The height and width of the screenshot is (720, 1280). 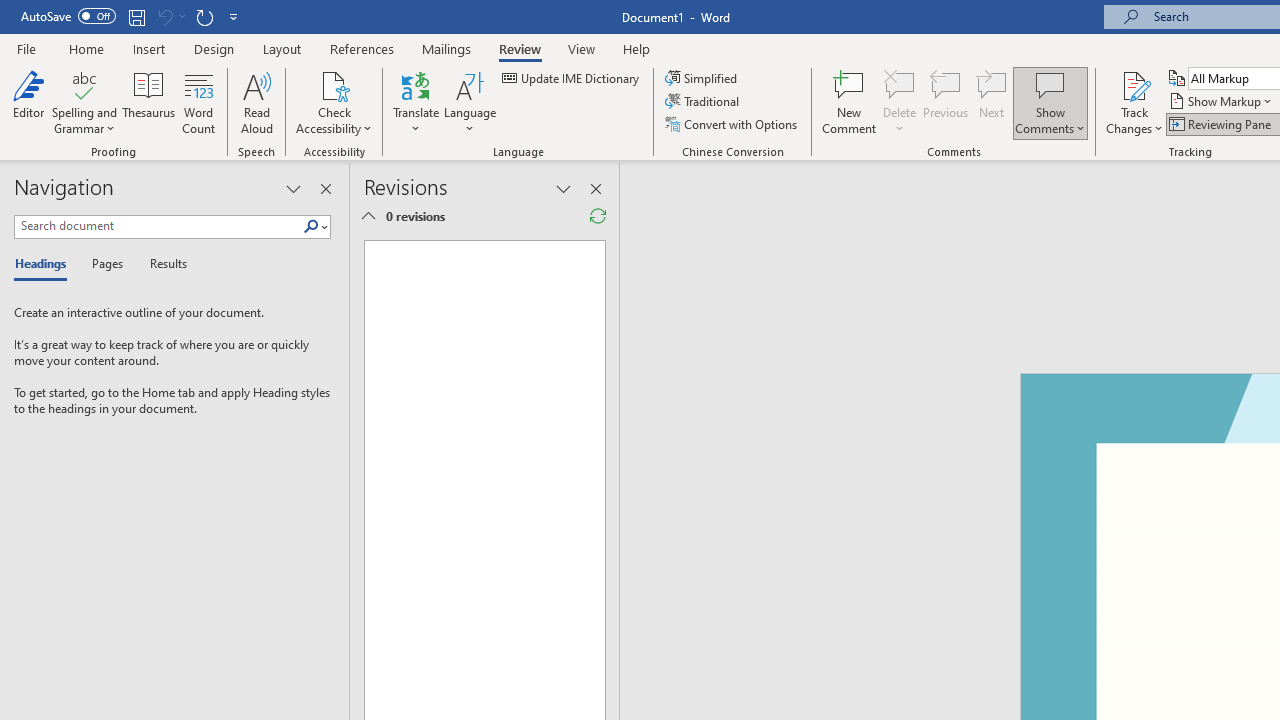 I want to click on 'Delete', so click(x=899, y=103).